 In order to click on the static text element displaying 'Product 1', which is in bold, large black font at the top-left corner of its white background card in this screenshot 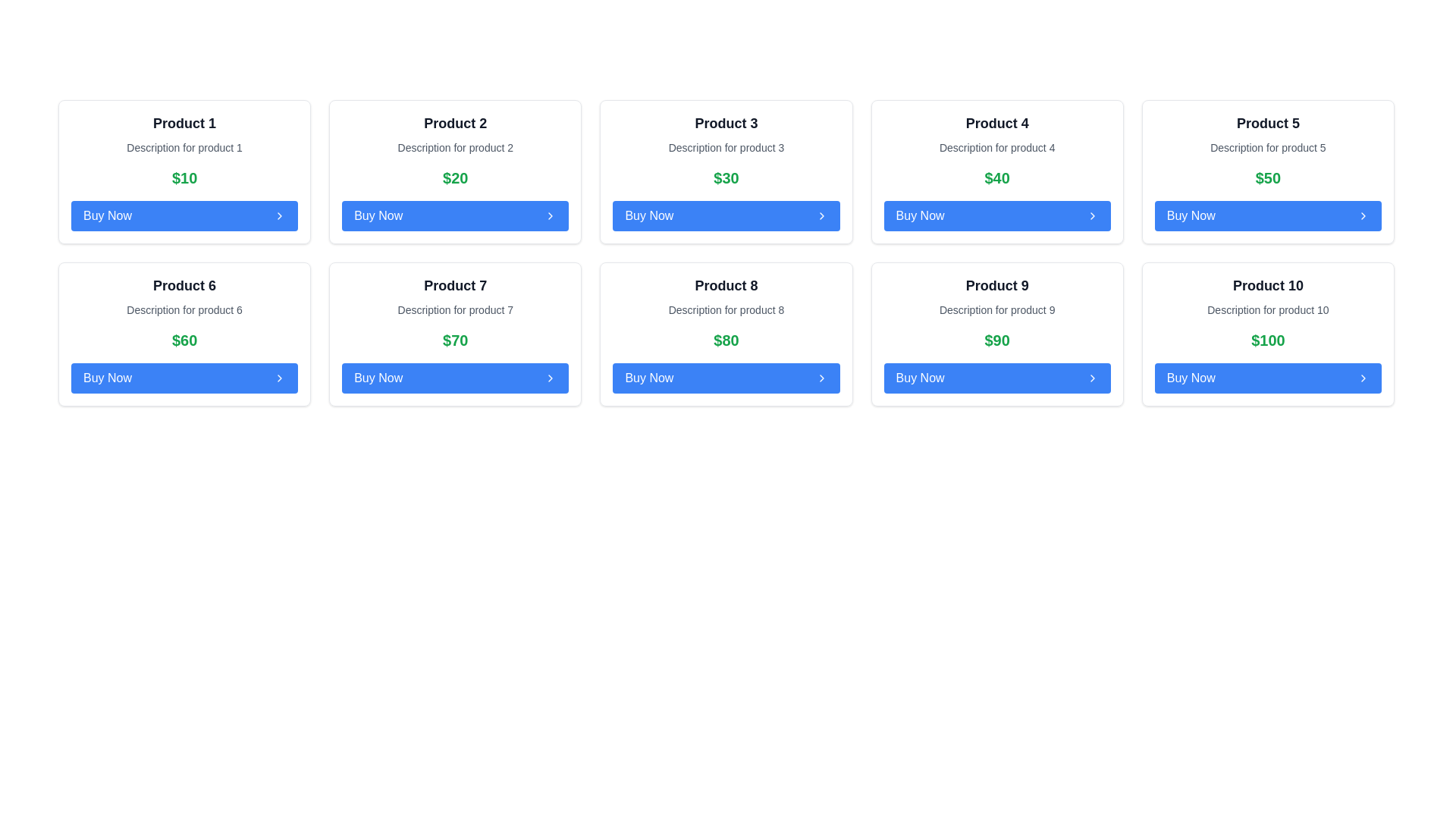, I will do `click(184, 122)`.